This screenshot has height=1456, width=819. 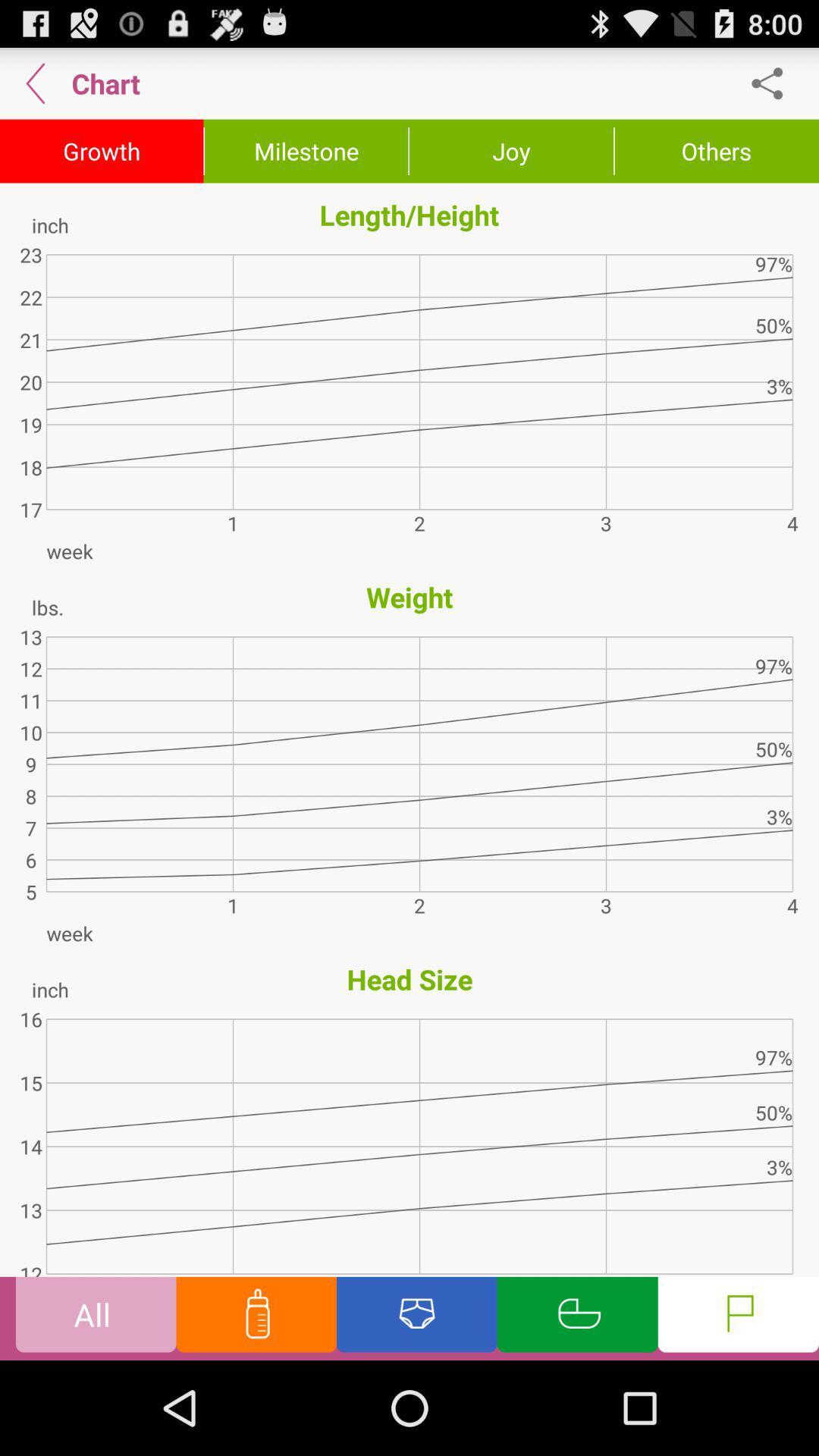 What do you see at coordinates (775, 83) in the screenshot?
I see `button above the others` at bounding box center [775, 83].